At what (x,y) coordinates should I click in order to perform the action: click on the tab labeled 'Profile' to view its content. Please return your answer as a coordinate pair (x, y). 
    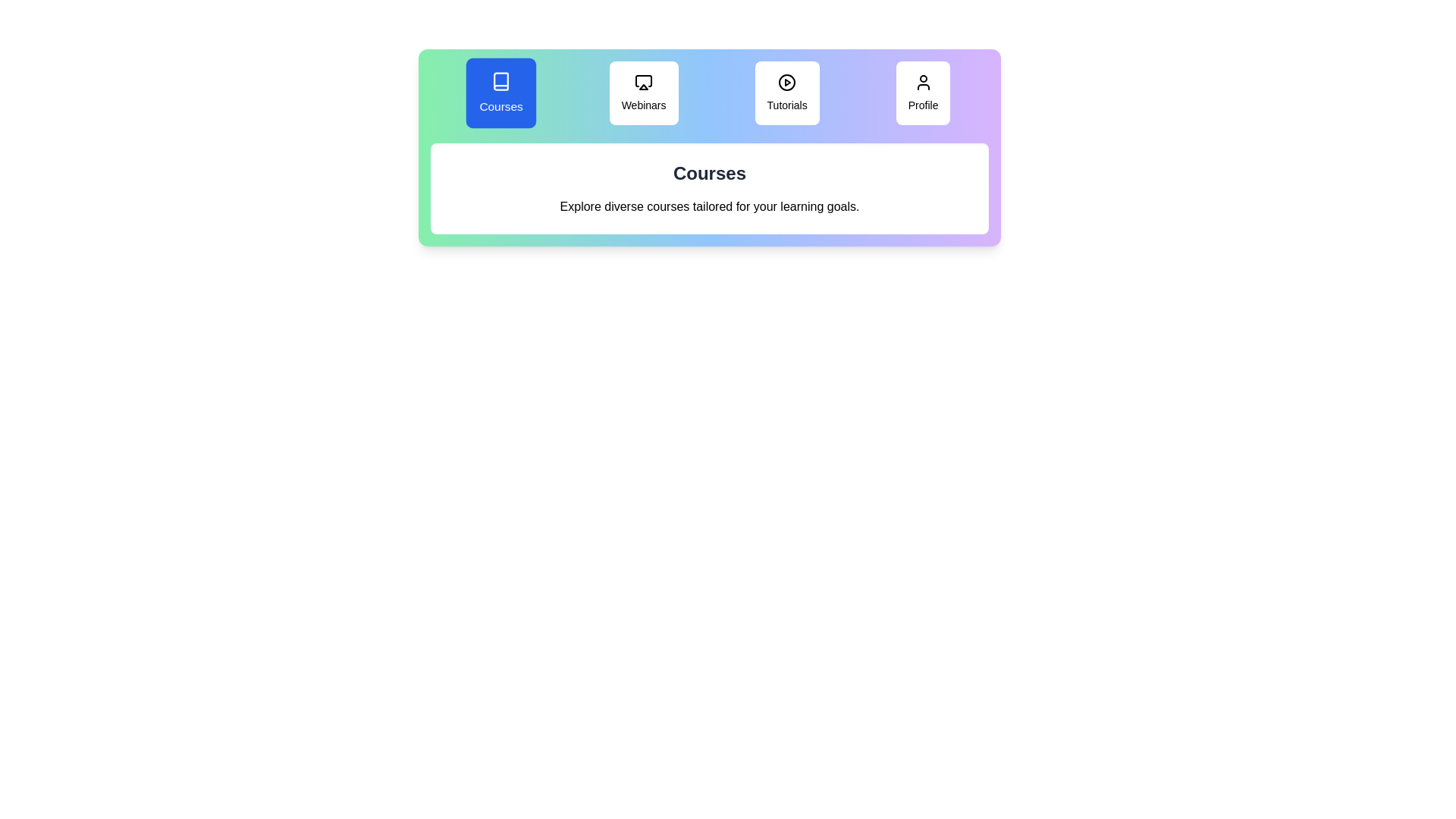
    Looking at the image, I should click on (922, 93).